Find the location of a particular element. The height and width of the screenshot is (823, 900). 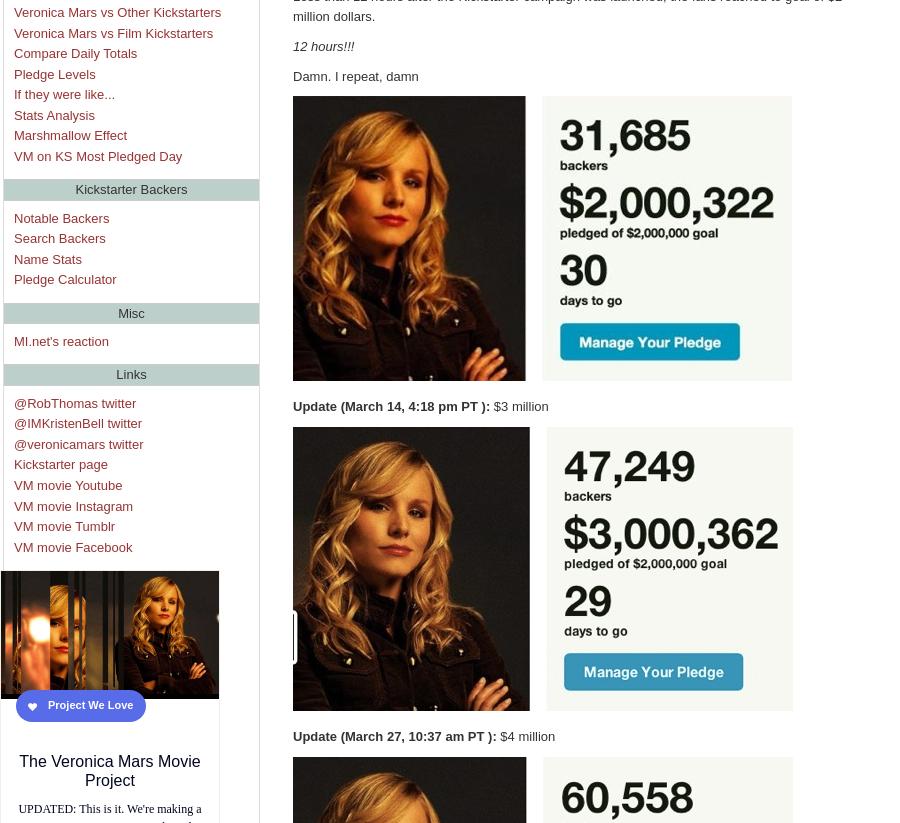

'If they were like...' is located at coordinates (63, 93).